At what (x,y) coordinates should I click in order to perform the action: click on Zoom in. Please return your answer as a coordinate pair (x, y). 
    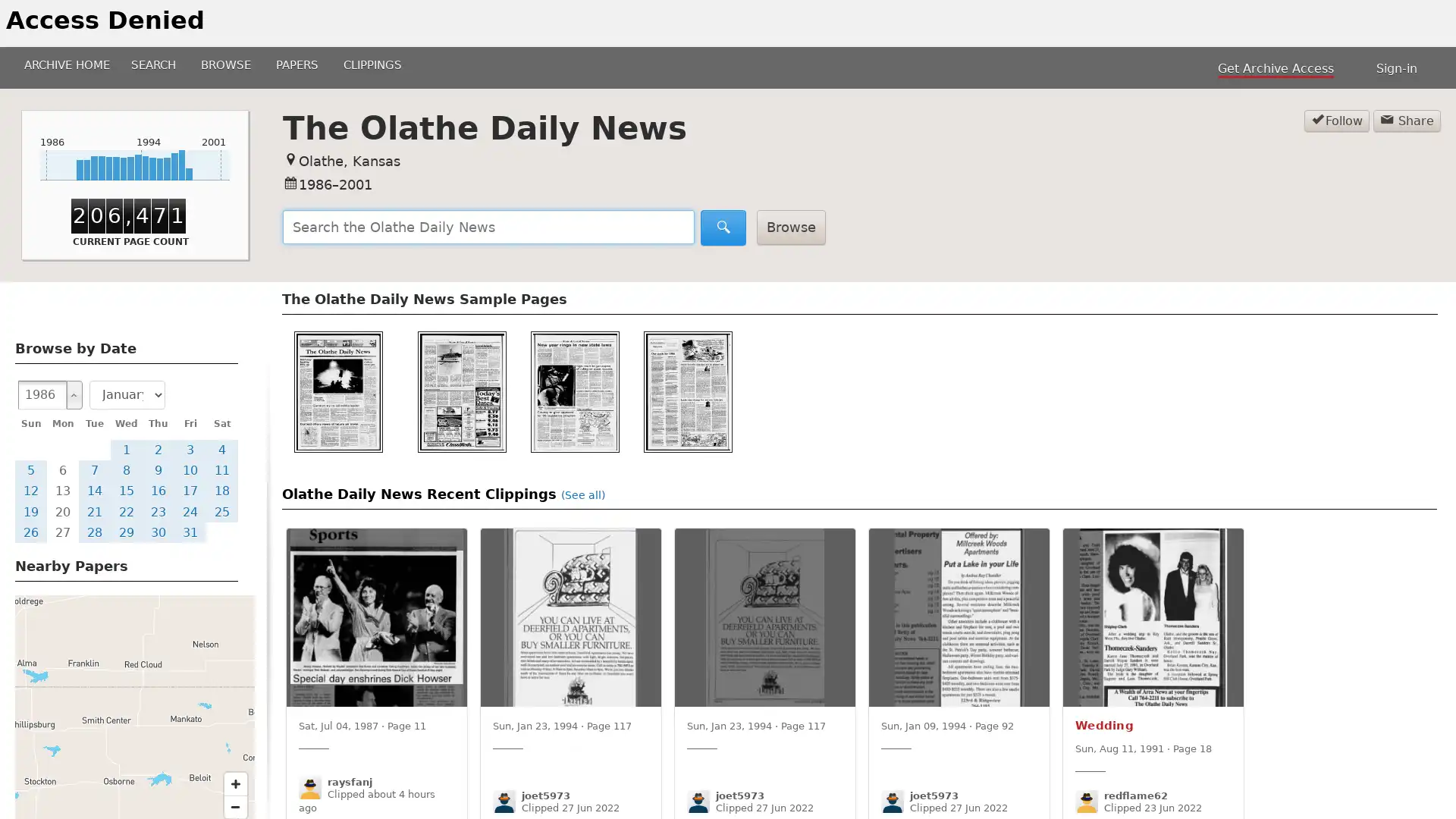
    Looking at the image, I should click on (235, 783).